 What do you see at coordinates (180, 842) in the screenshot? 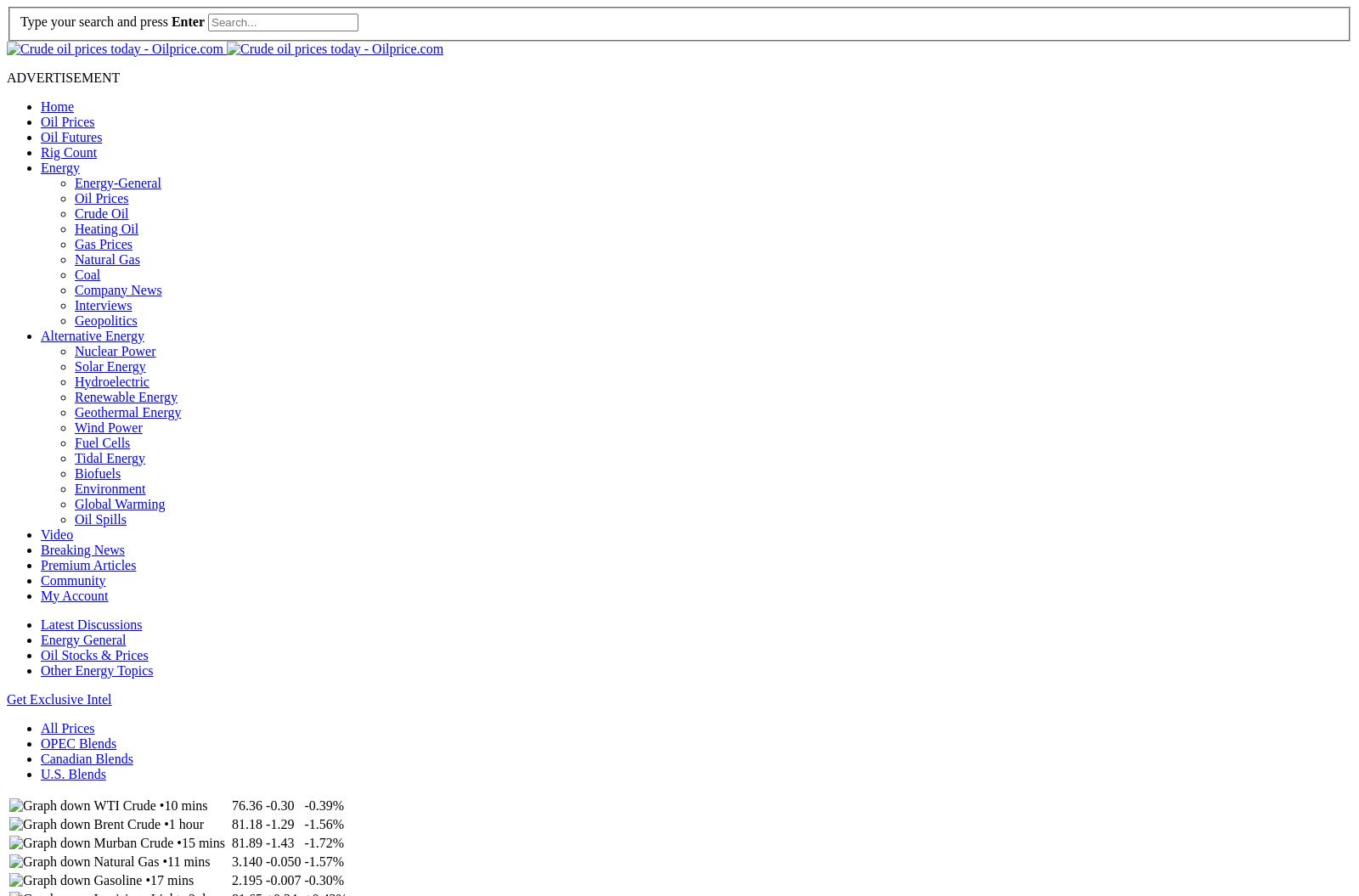
I see `'15 mins'` at bounding box center [180, 842].